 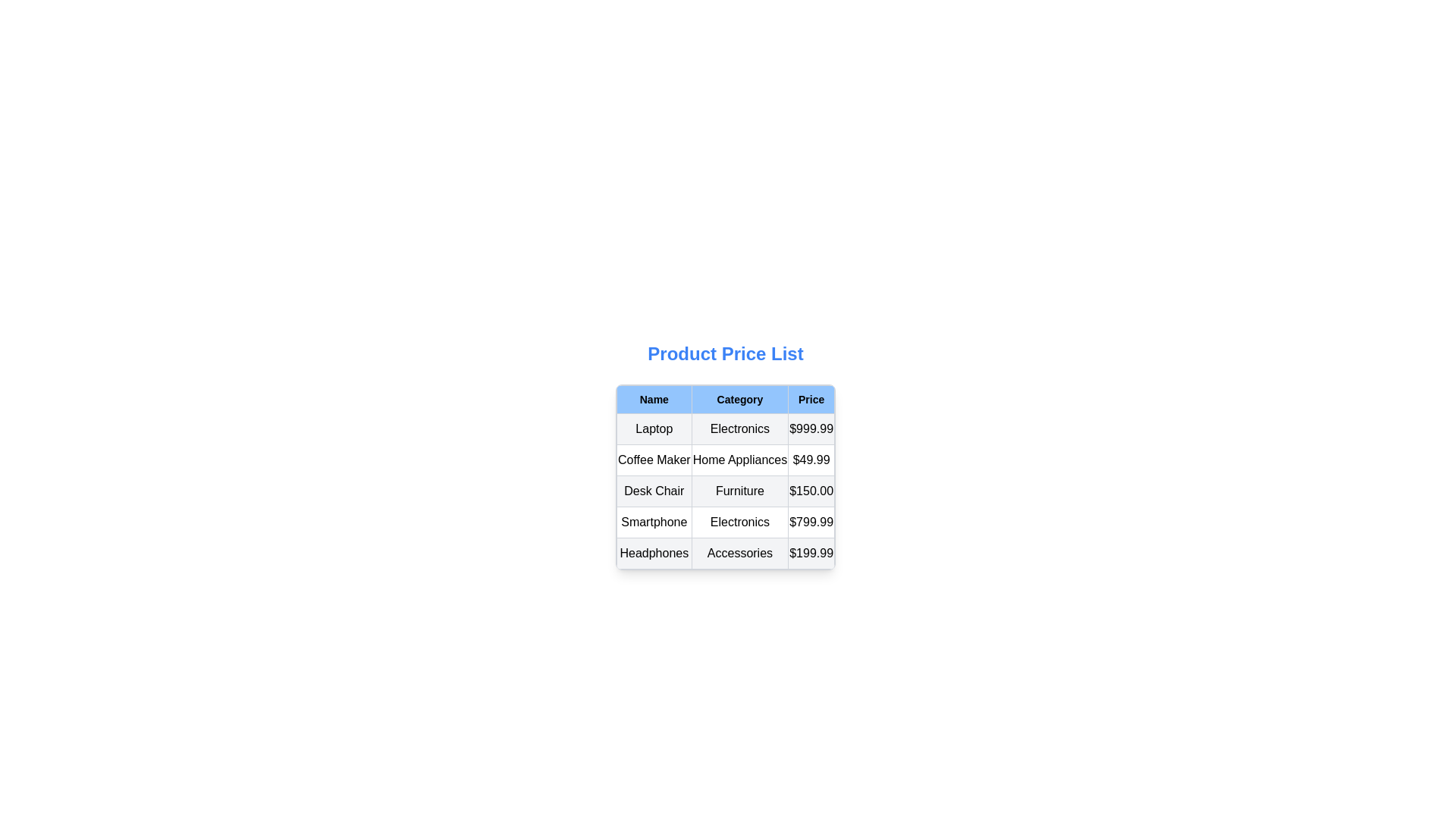 What do you see at coordinates (739, 429) in the screenshot?
I see `the 'Electronics' category label located in the 'Category' column of the table under the 'Laptop' row` at bounding box center [739, 429].